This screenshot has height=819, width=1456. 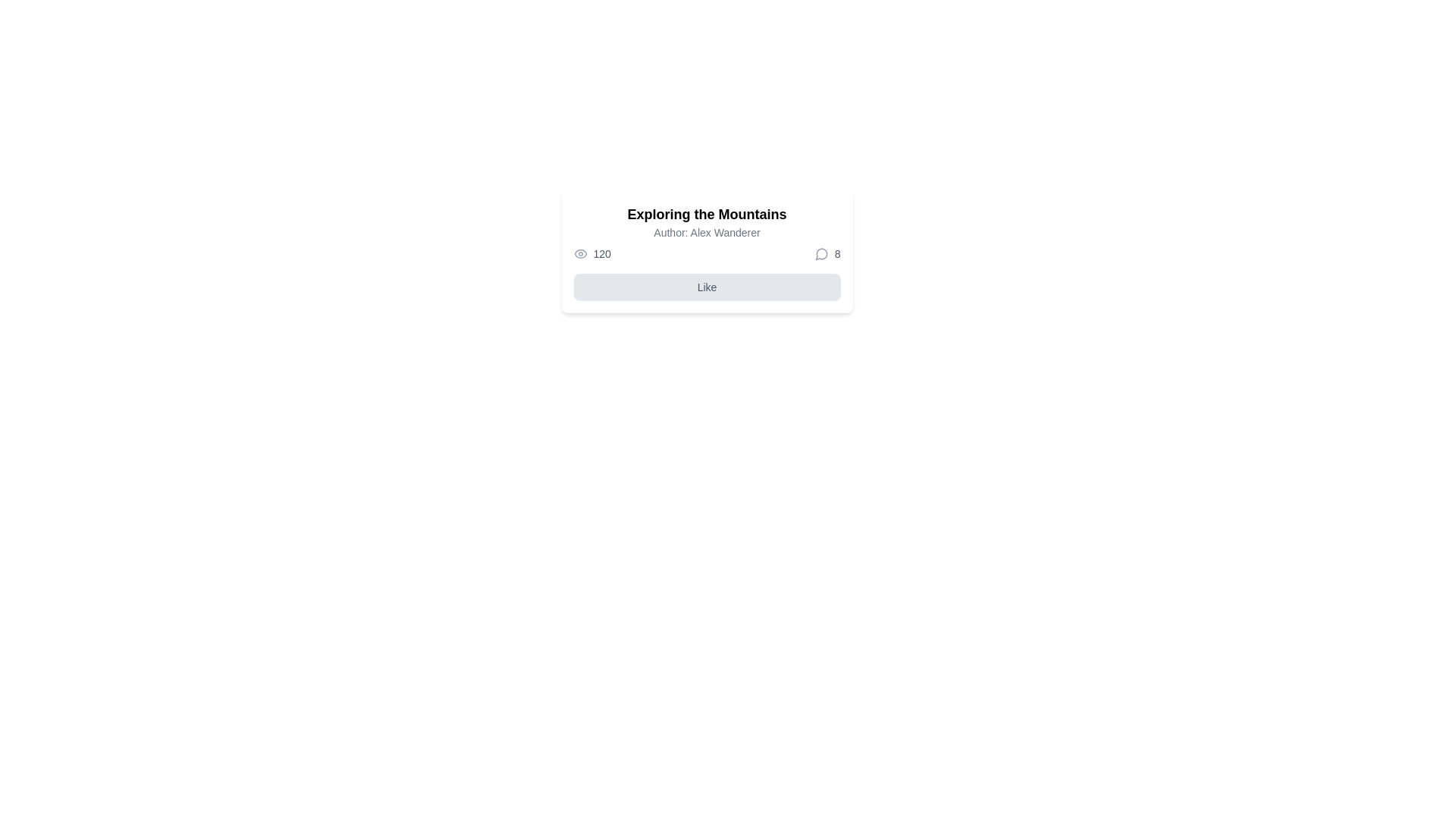 I want to click on the visibility status icon located beside the text '120', which indicates view counts, so click(x=579, y=253).